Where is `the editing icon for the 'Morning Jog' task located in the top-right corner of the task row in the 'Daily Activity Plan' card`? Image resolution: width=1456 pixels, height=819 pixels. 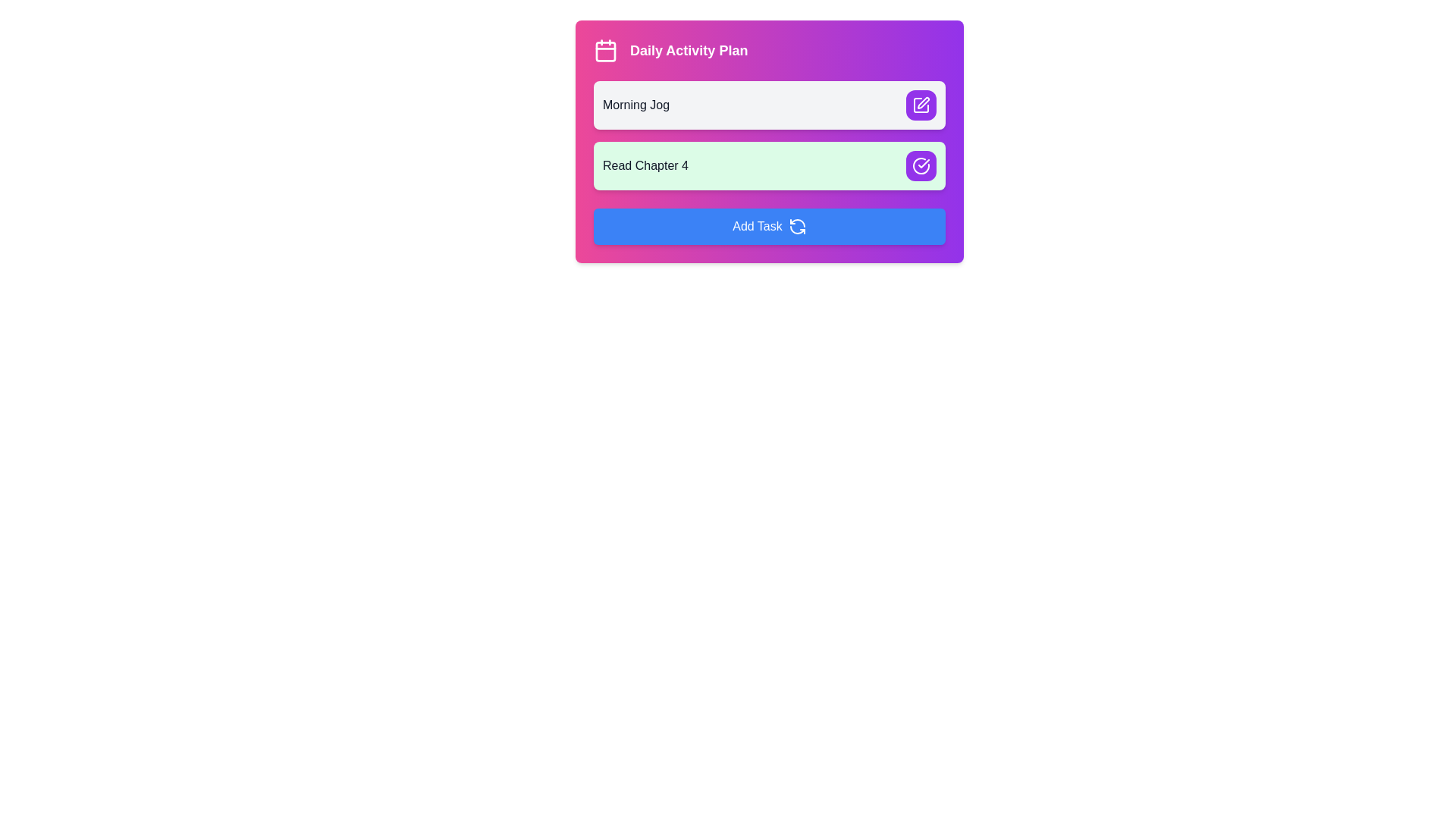 the editing icon for the 'Morning Jog' task located in the top-right corner of the task row in the 'Daily Activity Plan' card is located at coordinates (920, 104).